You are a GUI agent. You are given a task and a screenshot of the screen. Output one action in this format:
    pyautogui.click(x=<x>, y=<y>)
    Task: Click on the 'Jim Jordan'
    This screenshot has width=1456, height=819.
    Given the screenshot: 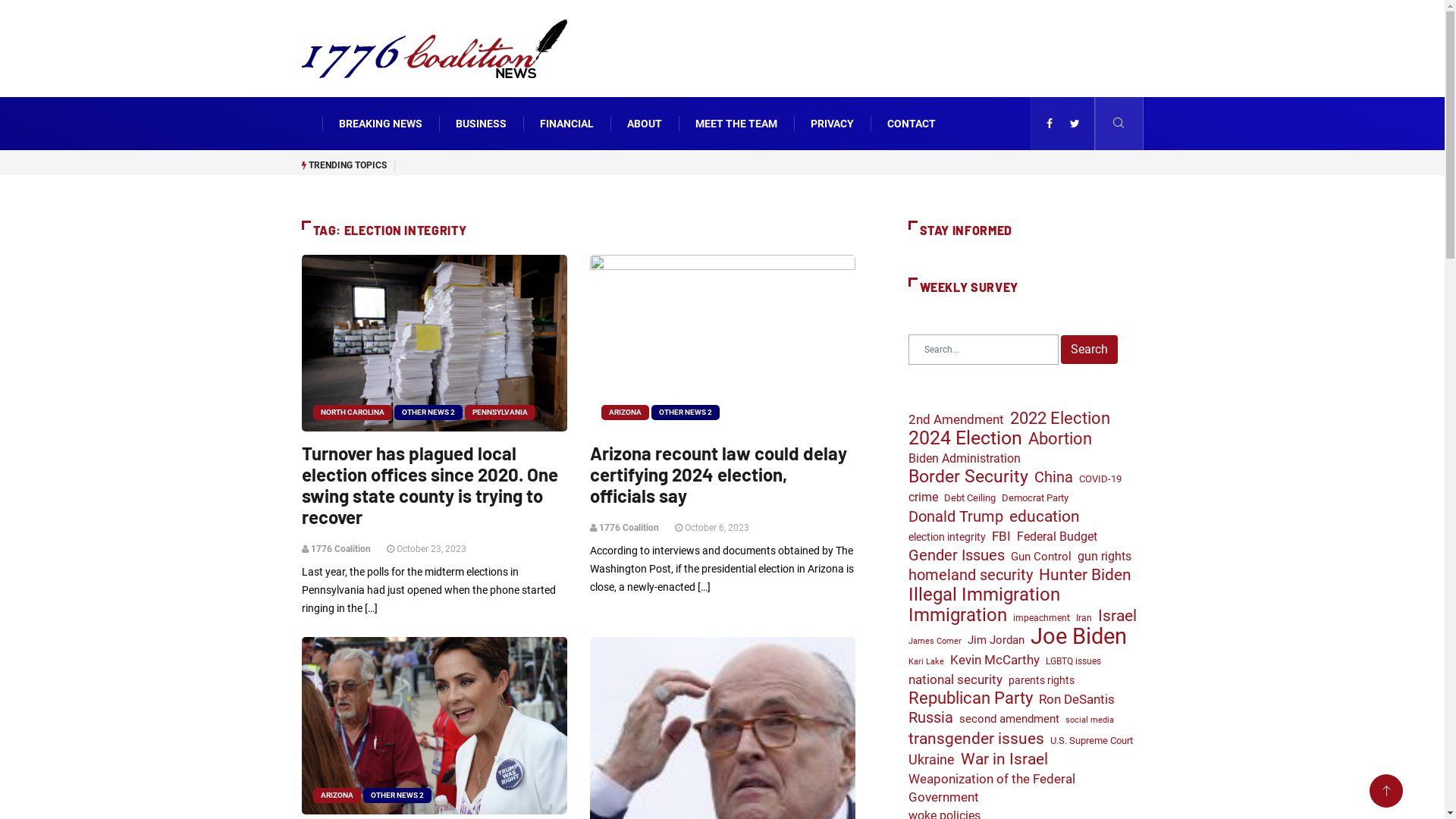 What is the action you would take?
    pyautogui.click(x=967, y=640)
    